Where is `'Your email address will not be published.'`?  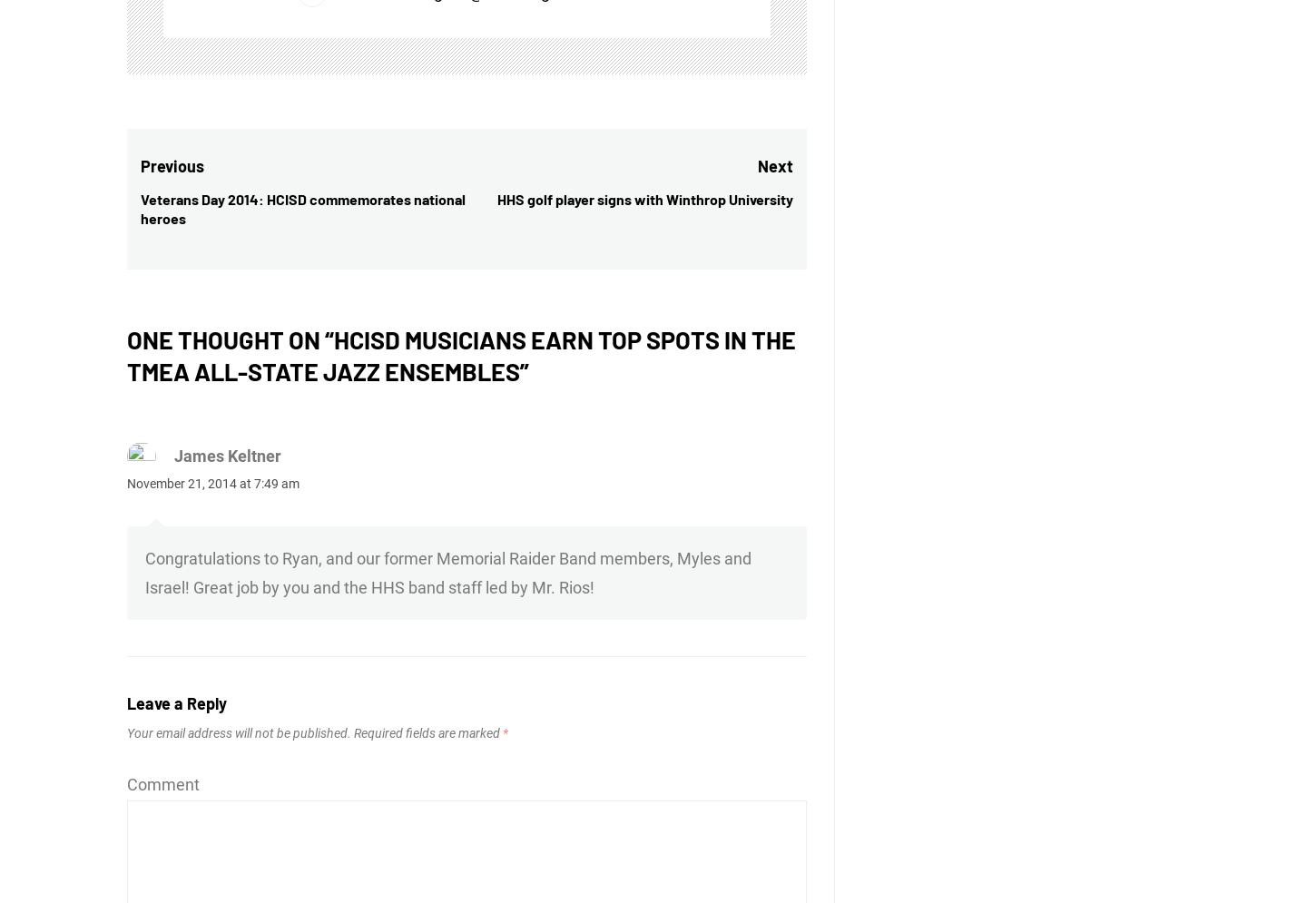
'Your email address will not be published.' is located at coordinates (239, 732).